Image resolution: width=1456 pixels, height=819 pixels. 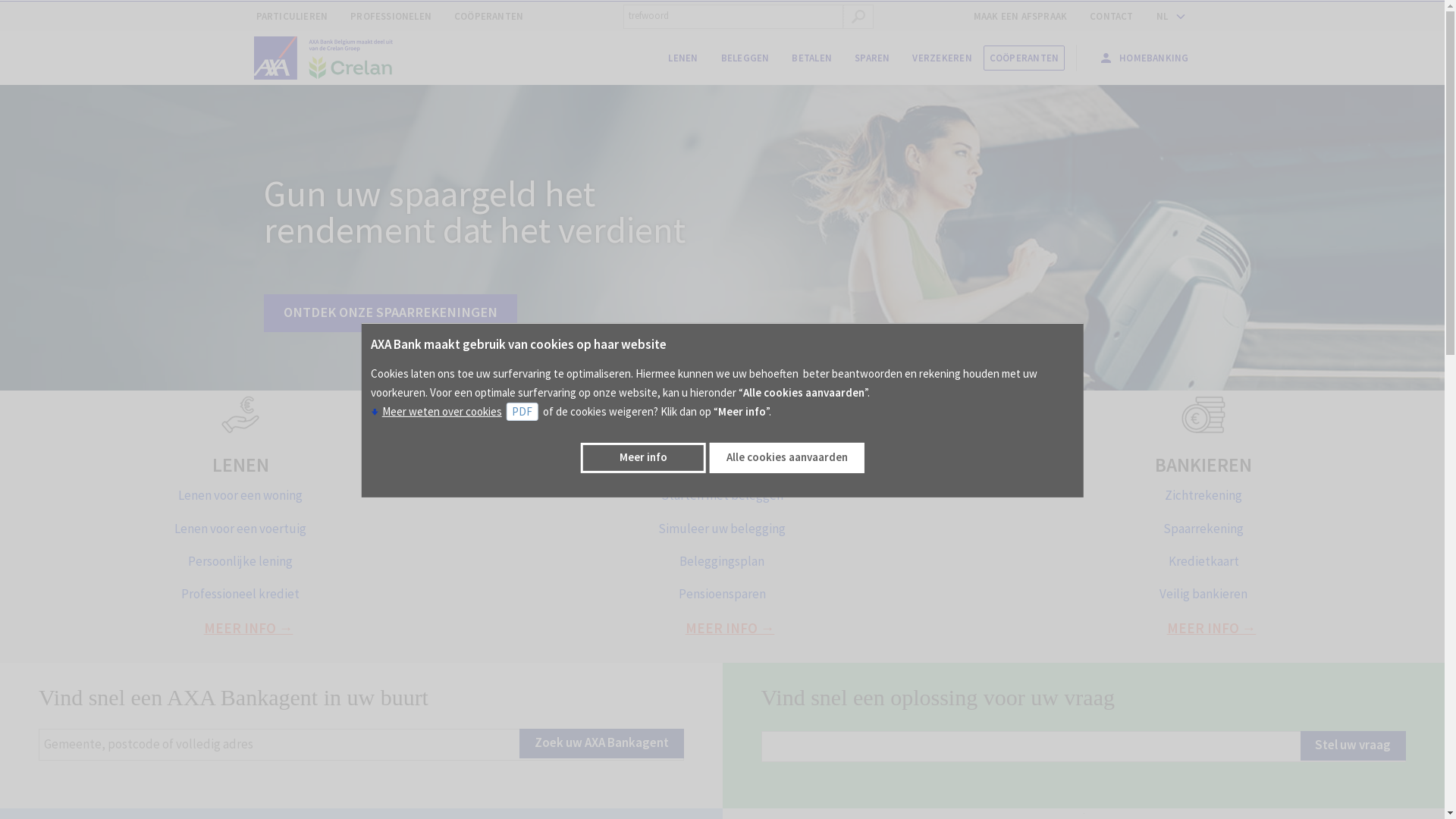 What do you see at coordinates (1203, 561) in the screenshot?
I see `'Kredietkaart'` at bounding box center [1203, 561].